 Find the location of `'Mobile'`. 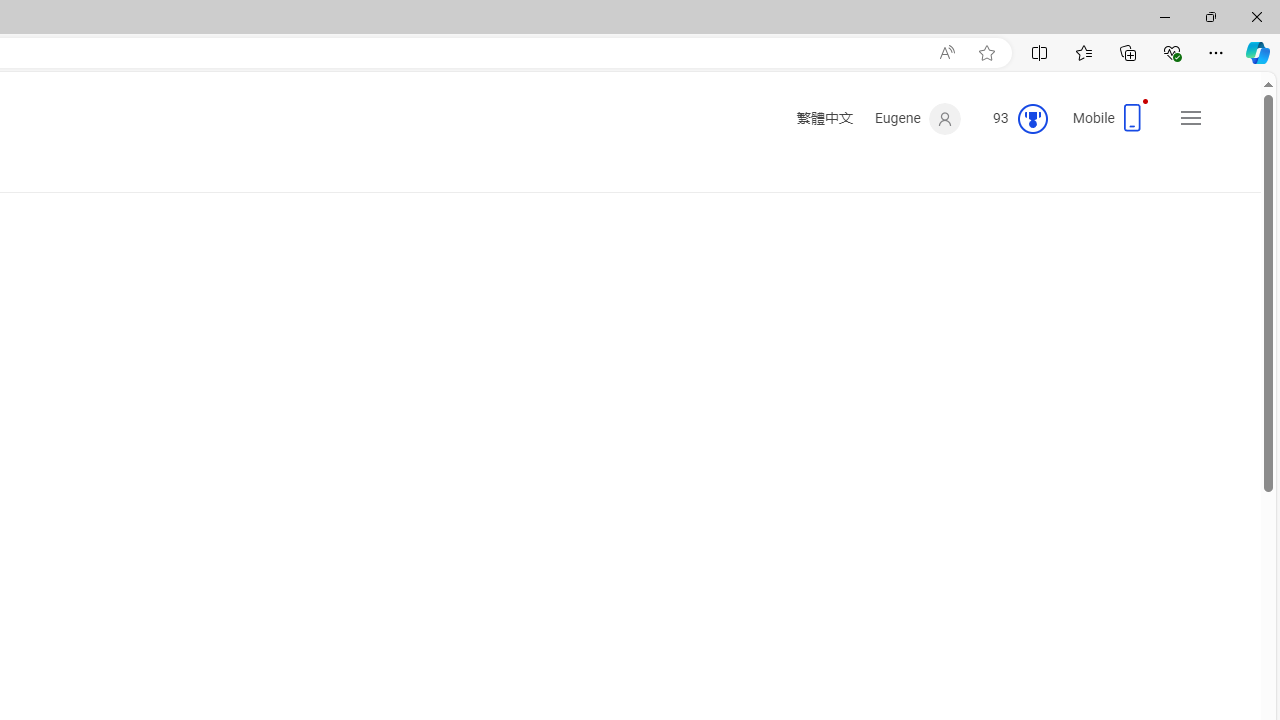

'Mobile' is located at coordinates (1111, 124).